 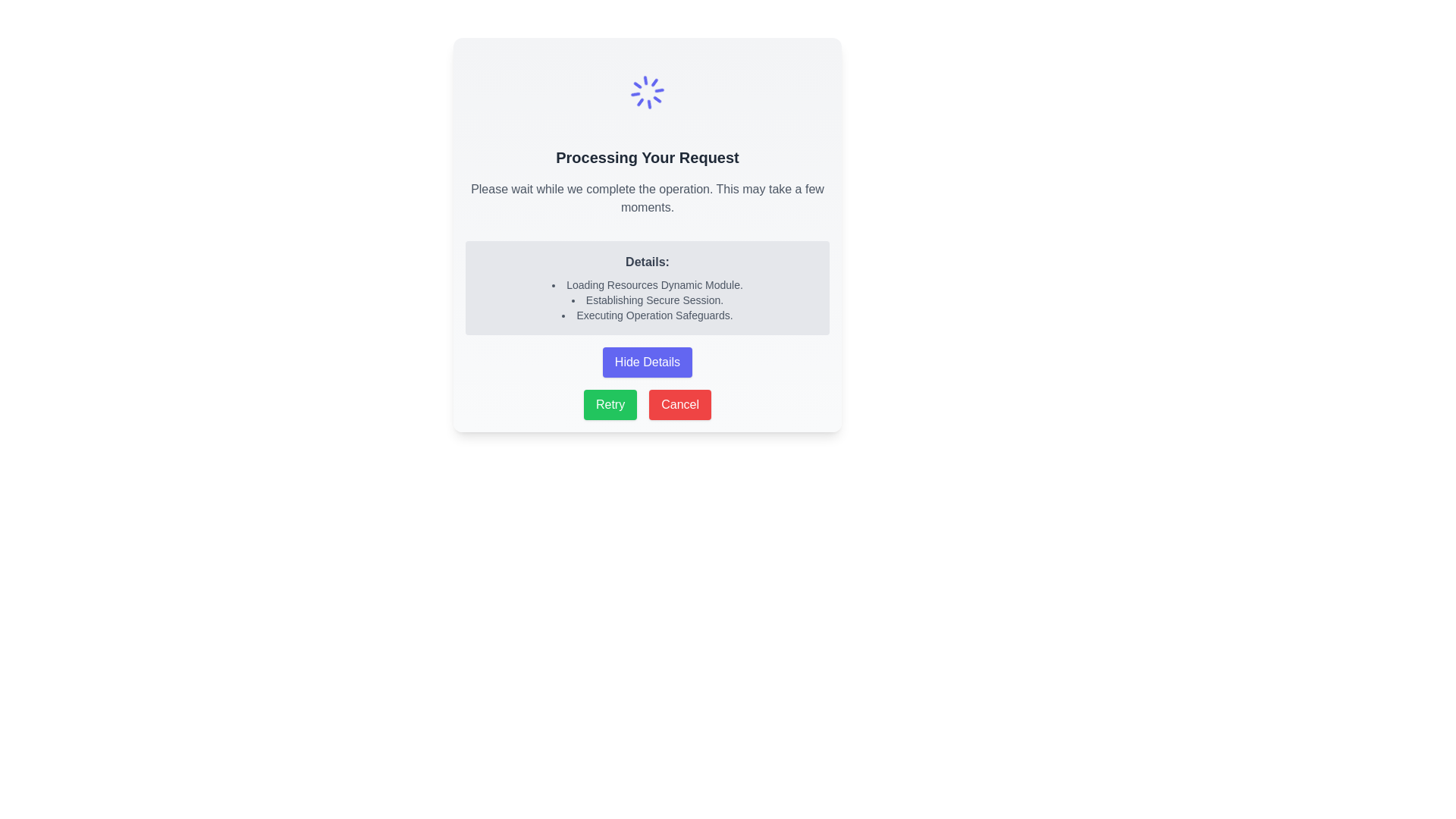 What do you see at coordinates (679, 403) in the screenshot?
I see `the 'Cancel' button, which is a rectangular button with white text on a red background, located as the second button from the left in a modal dialog` at bounding box center [679, 403].